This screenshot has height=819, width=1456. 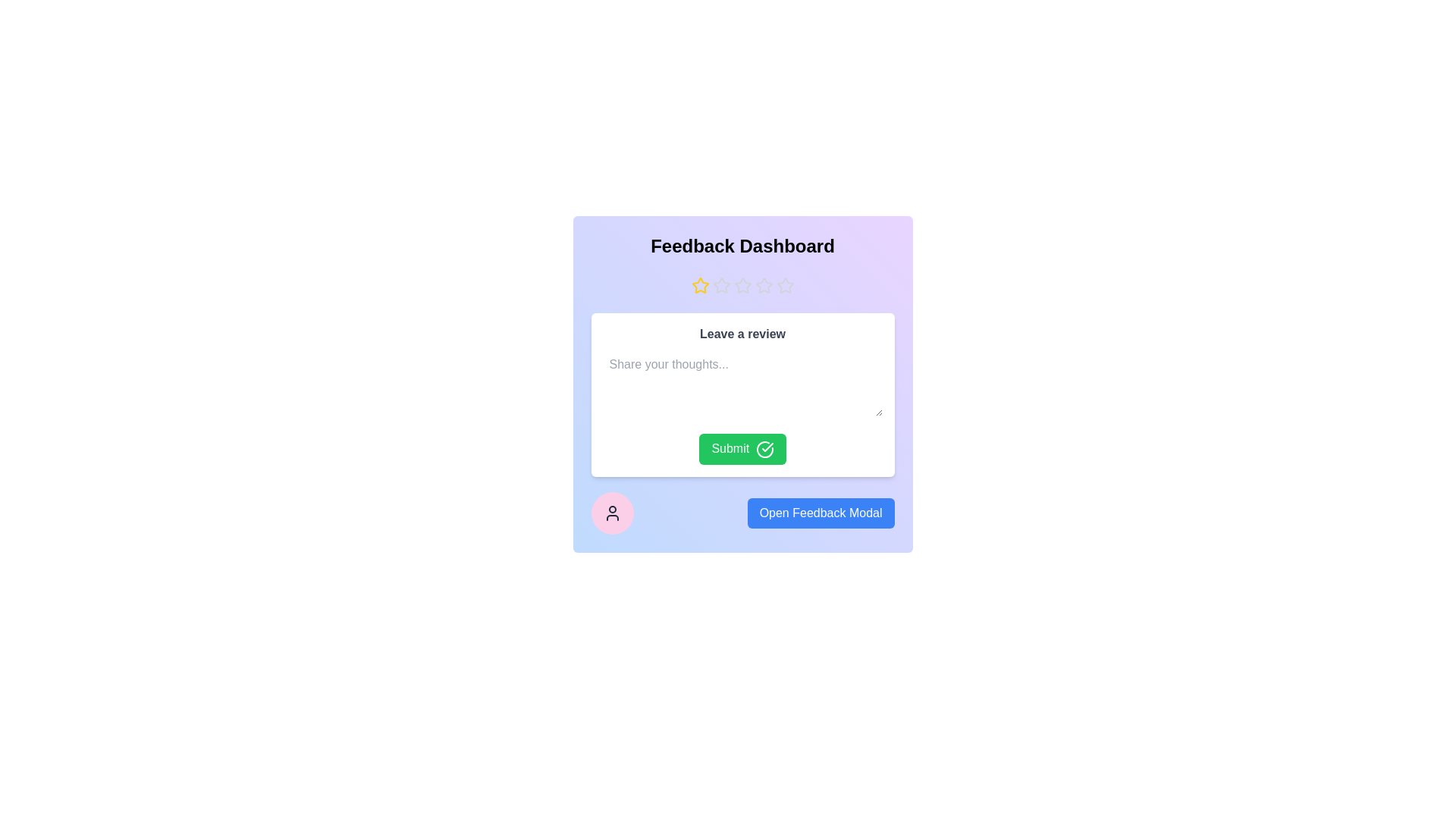 I want to click on the visual representation of the submission icon located within the green 'Submit' button on the feedback dashboard, so click(x=767, y=446).